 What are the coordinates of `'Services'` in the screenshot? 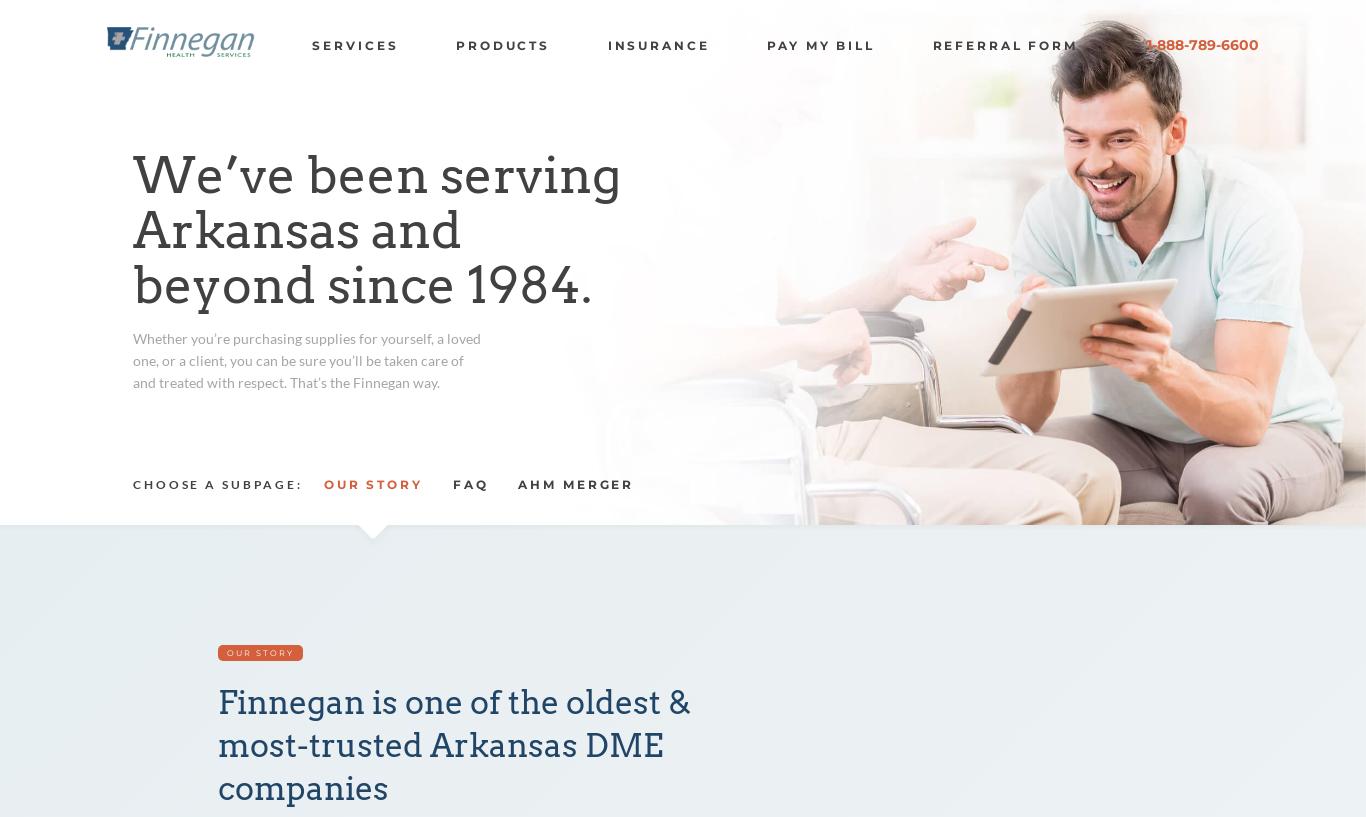 It's located at (354, 43).